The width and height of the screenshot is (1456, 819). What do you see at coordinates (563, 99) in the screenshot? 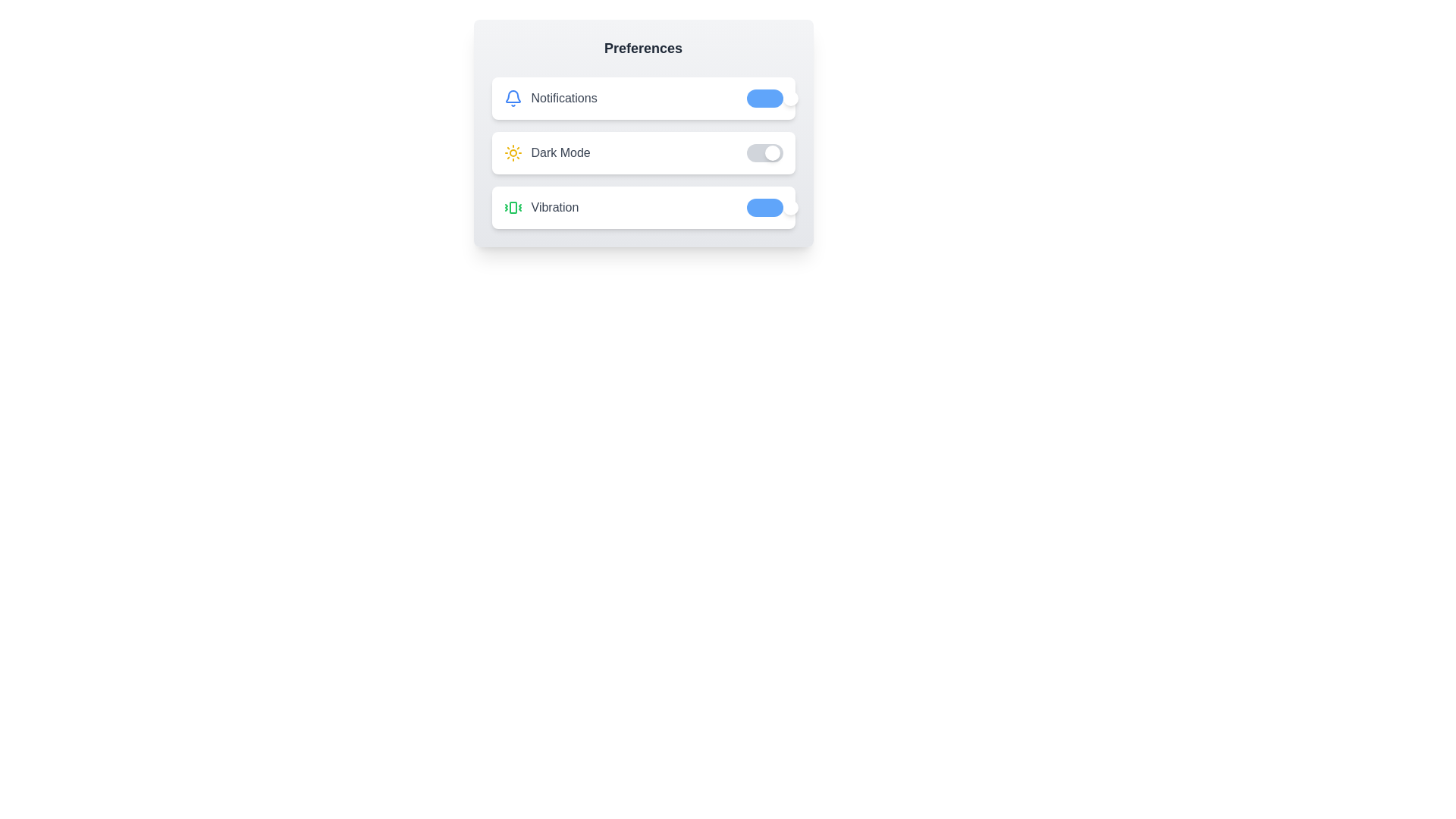
I see `the static text label that describes the purpose of the notification toggle switch, located in the first row of the 'Preferences' list, with a bell icon on its left` at bounding box center [563, 99].